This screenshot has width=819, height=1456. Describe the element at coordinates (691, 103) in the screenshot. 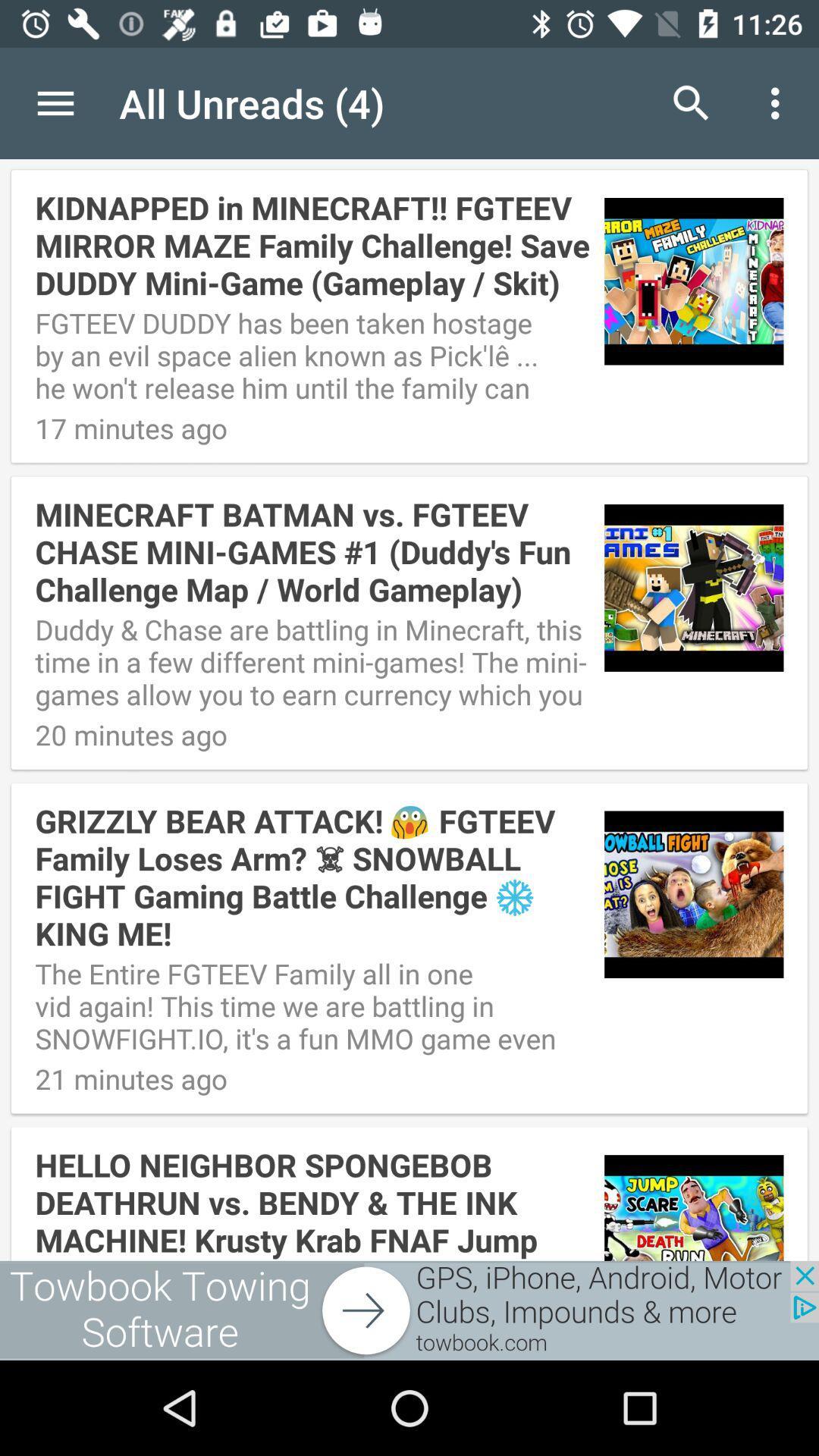

I see `the search icon` at that location.